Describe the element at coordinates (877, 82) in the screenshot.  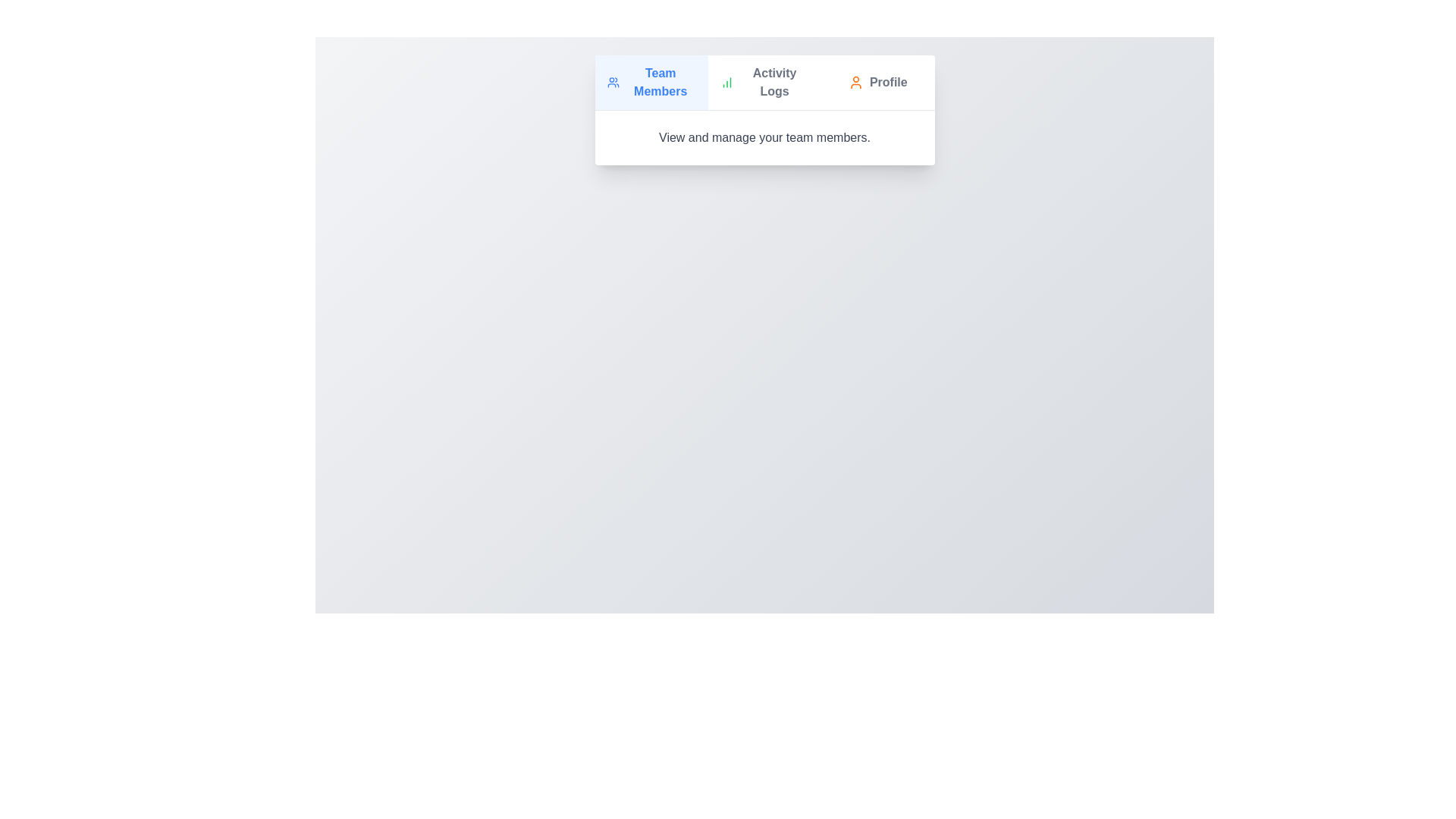
I see `the tab labeled Profile` at that location.